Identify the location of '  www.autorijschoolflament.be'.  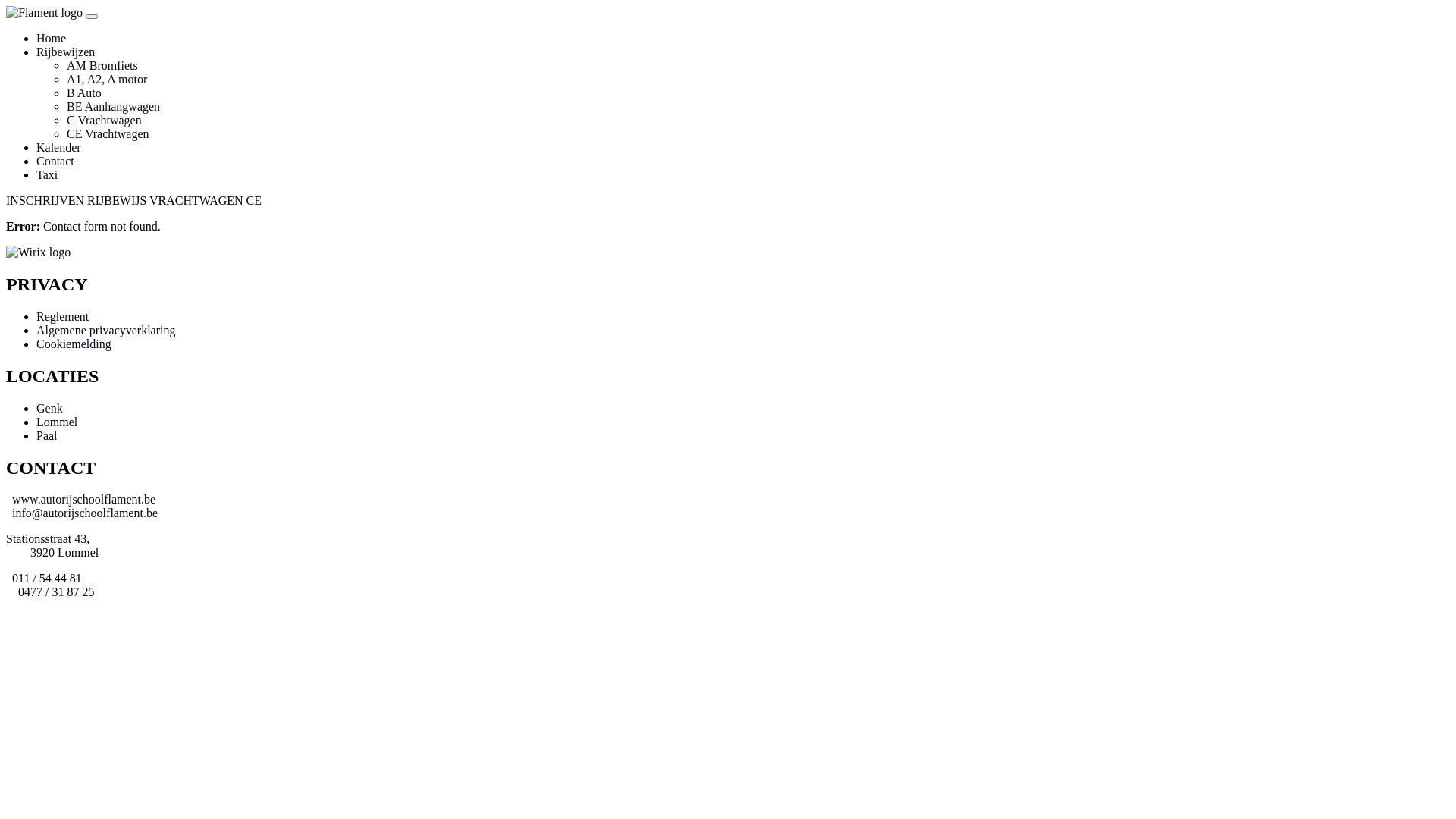
(80, 499).